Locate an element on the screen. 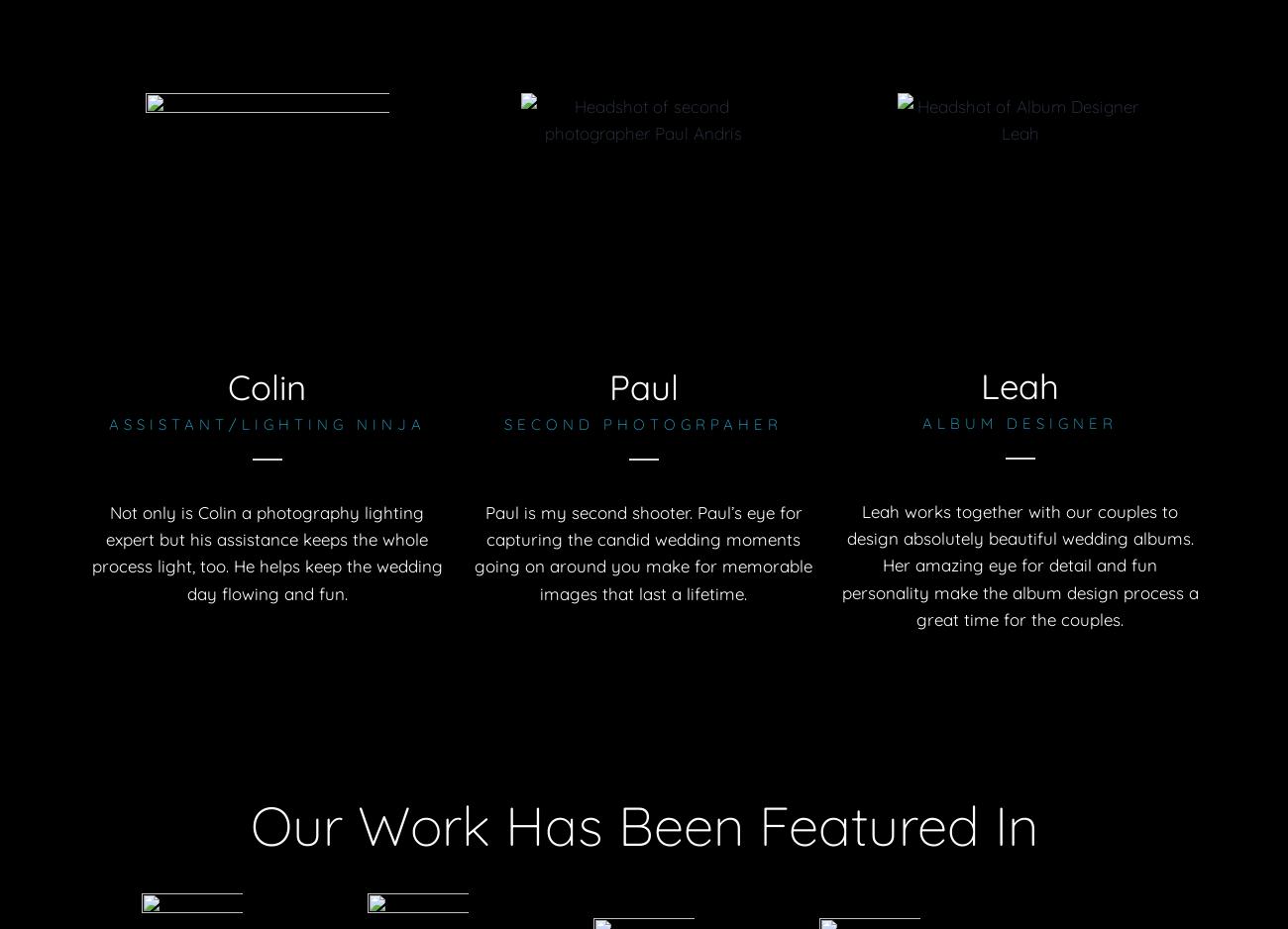  'Assistant/Lighting Ninja' is located at coordinates (265, 424).